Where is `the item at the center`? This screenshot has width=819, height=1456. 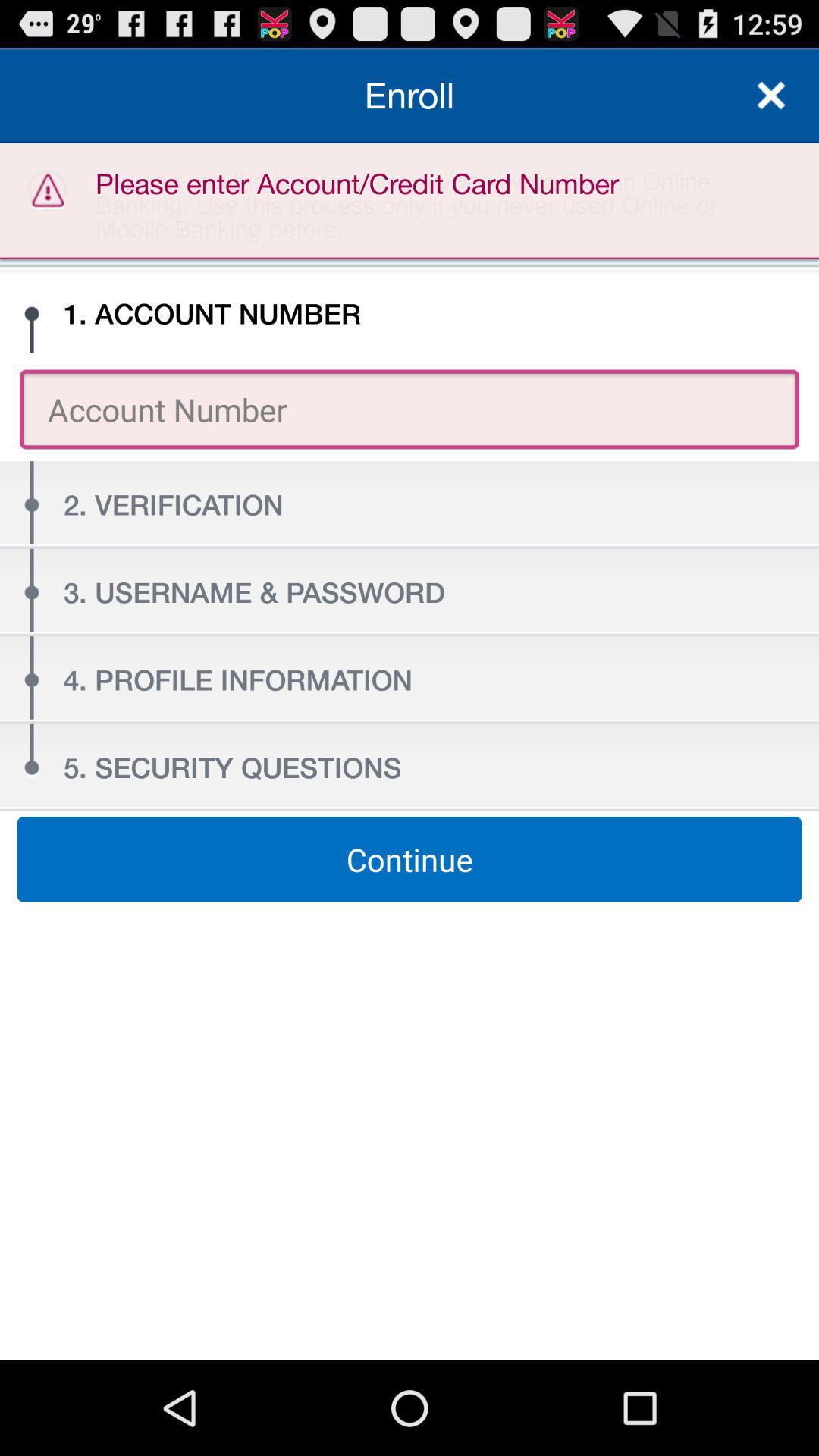 the item at the center is located at coordinates (409, 859).